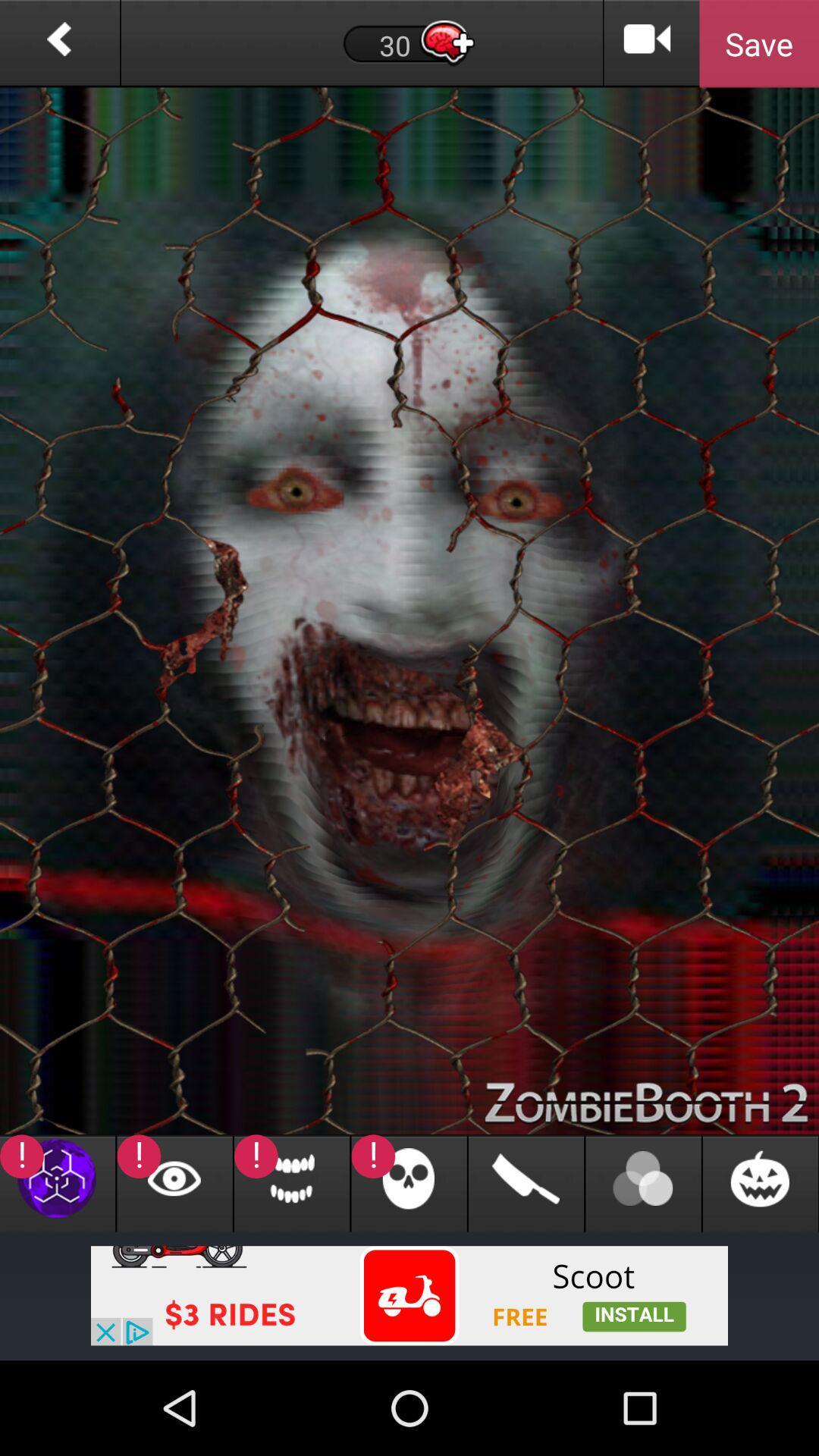  What do you see at coordinates (648, 43) in the screenshot?
I see `video` at bounding box center [648, 43].